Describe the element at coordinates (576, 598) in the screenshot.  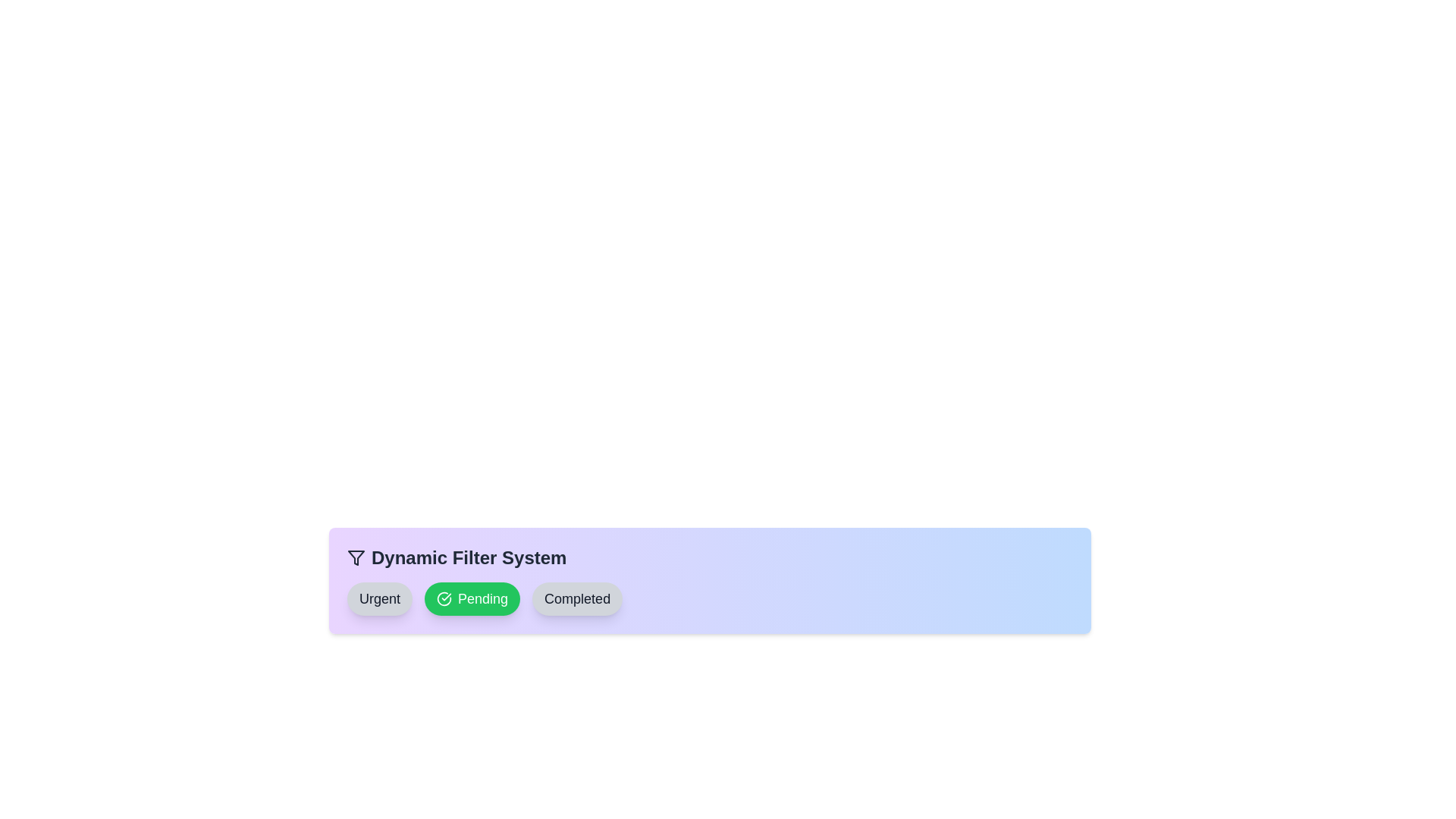
I see `the filter chip labeled Completed` at that location.